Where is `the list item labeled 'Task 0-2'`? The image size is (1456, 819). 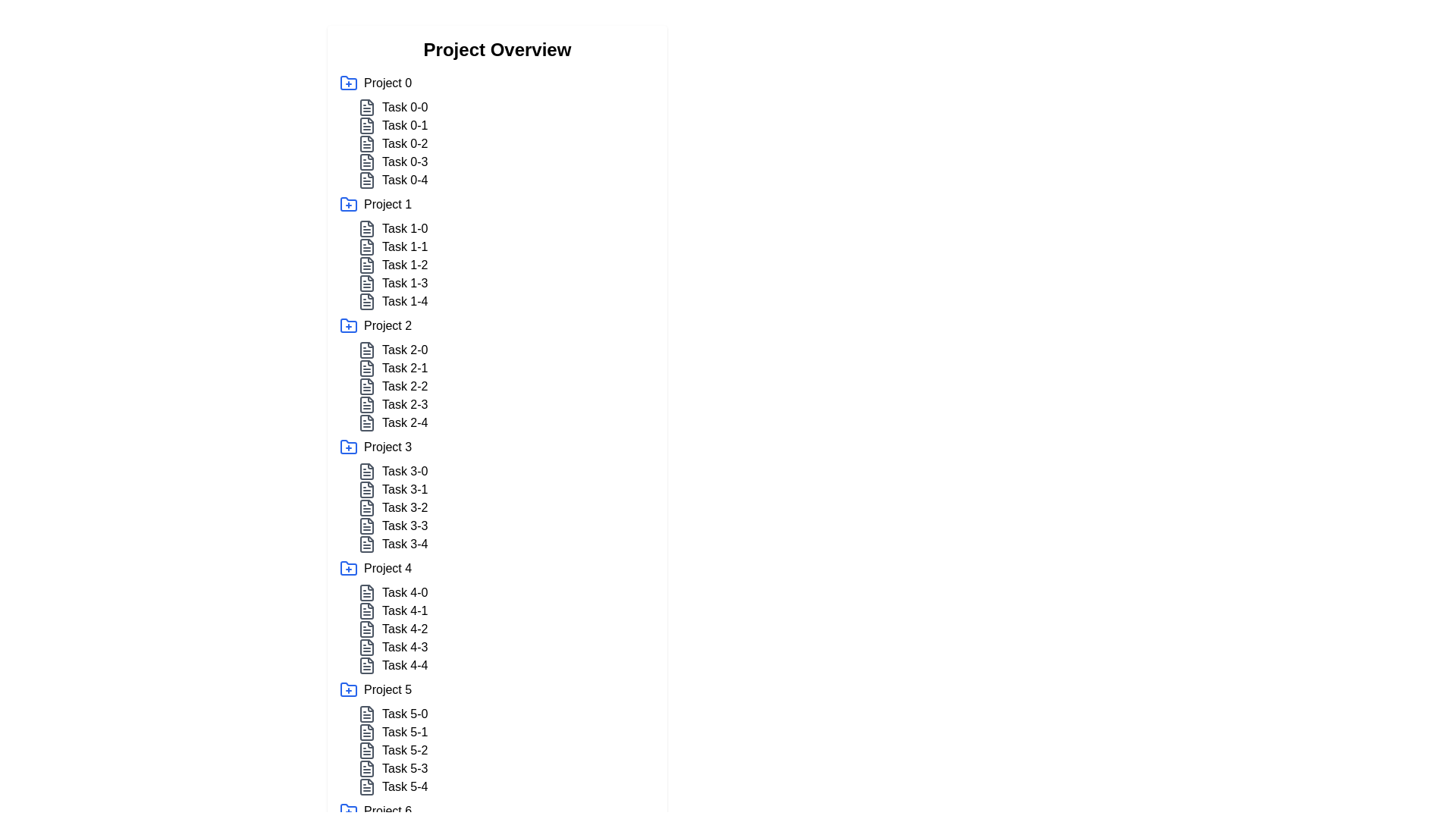
the list item labeled 'Task 0-2' is located at coordinates (506, 143).